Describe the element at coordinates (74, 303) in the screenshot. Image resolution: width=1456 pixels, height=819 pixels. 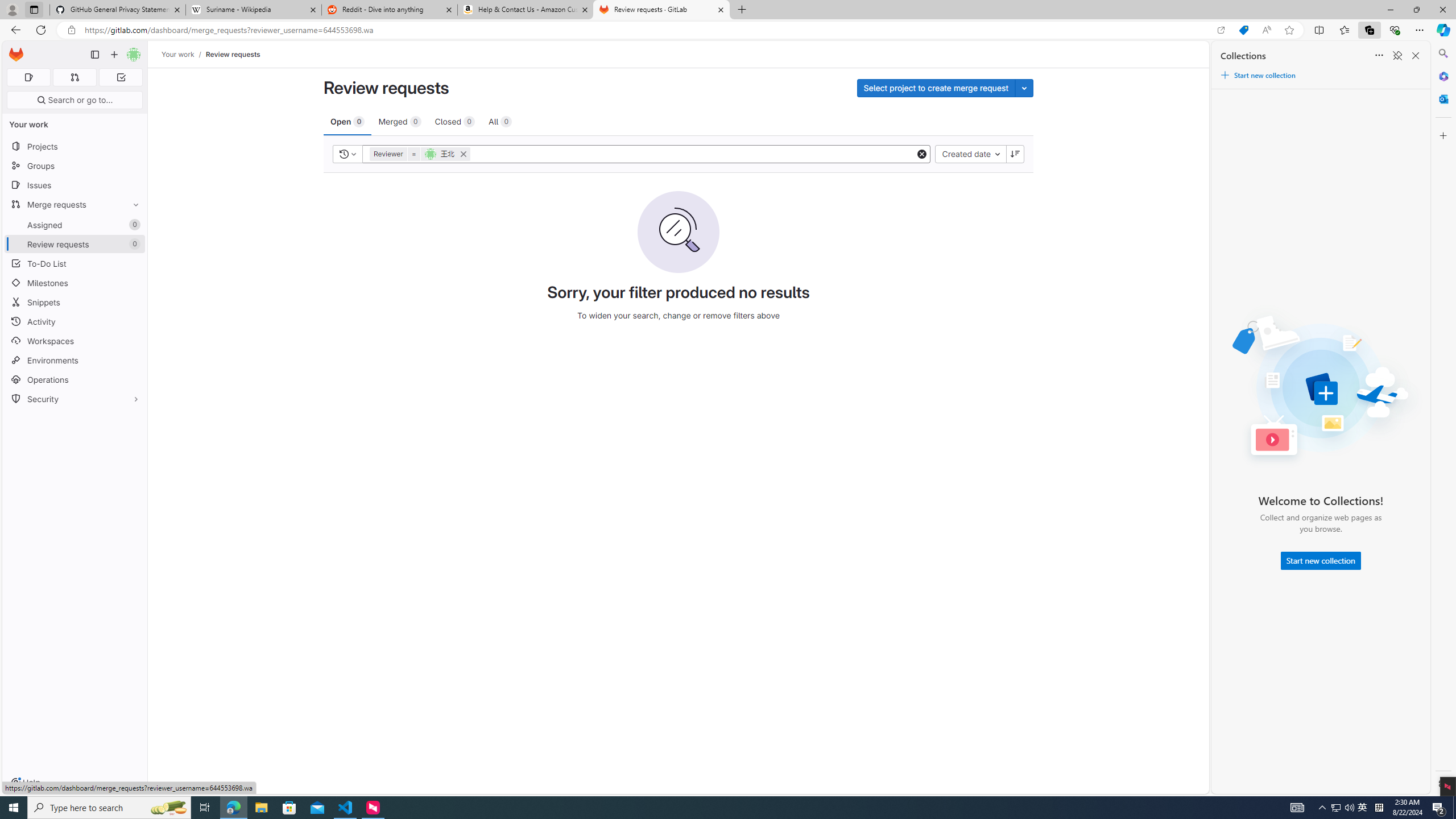
I see `'Snippets'` at that location.